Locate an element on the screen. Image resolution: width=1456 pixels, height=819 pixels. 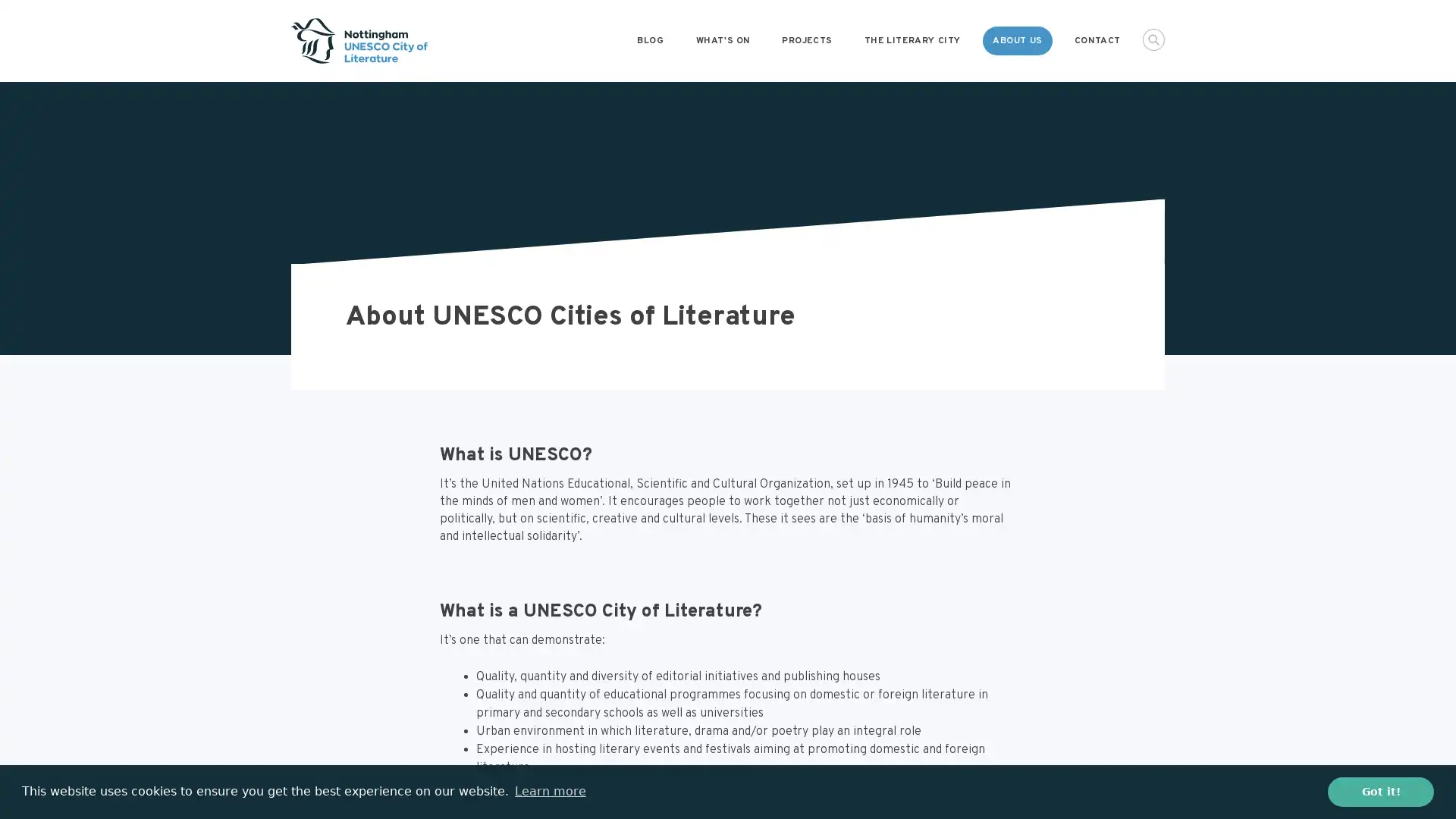
dismiss cookie message is located at coordinates (1380, 791).